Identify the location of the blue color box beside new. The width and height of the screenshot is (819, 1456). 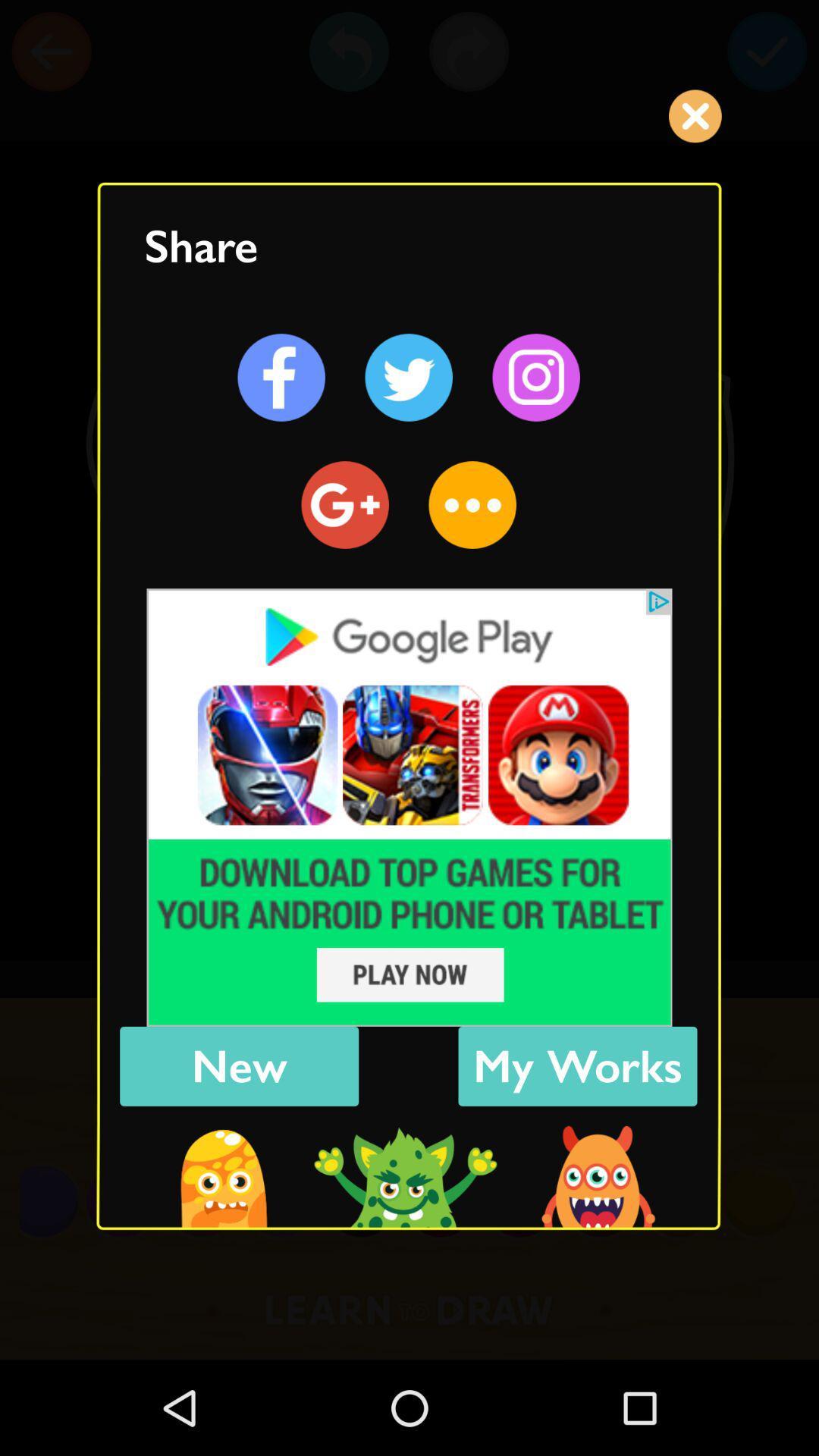
(578, 1065).